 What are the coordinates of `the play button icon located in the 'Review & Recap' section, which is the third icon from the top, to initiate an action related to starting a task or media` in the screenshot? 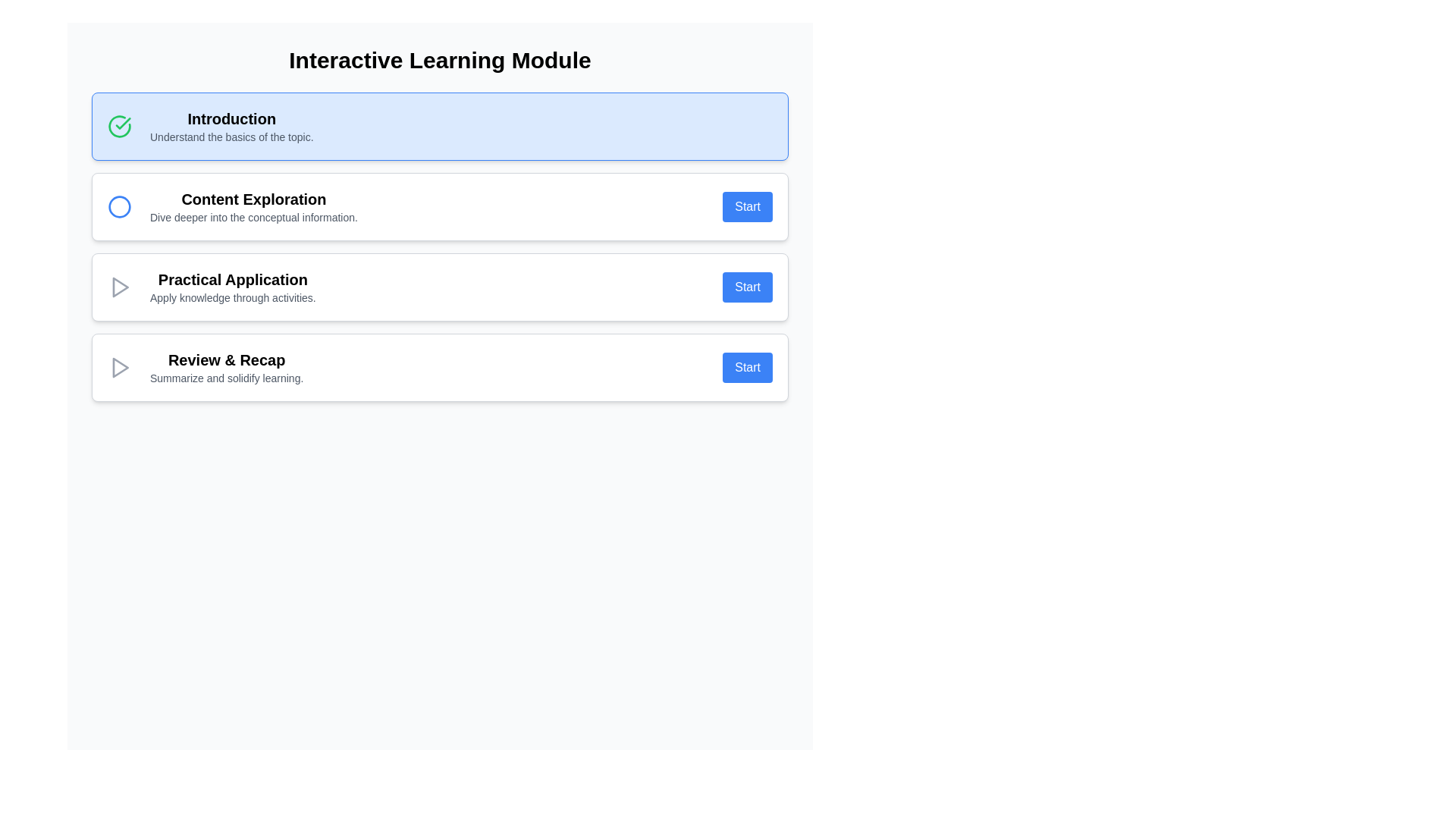 It's located at (120, 368).